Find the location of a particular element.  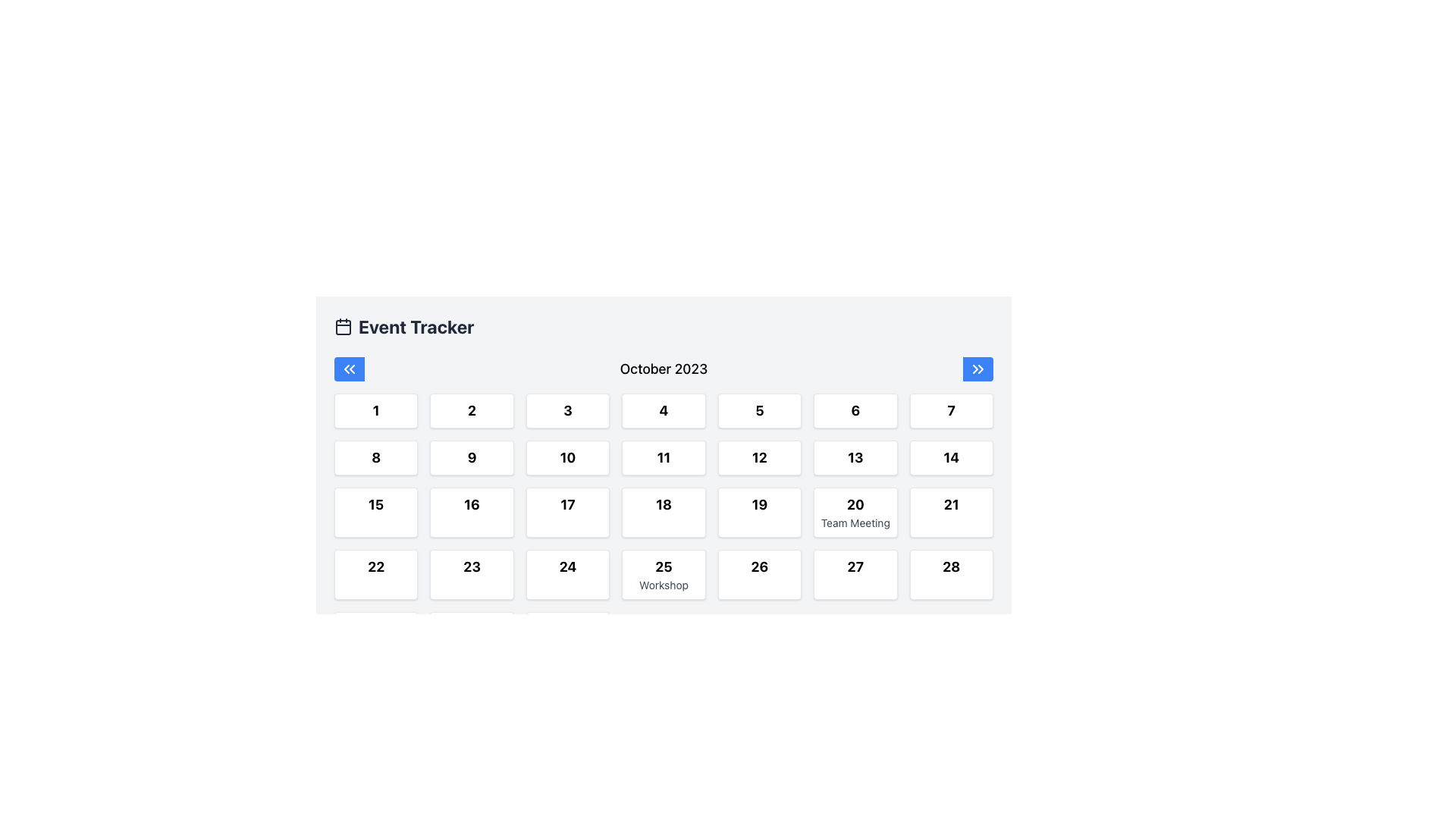

on the text label displaying the date 10th of October 2023 in the second row and third column of the calendar grid is located at coordinates (566, 457).